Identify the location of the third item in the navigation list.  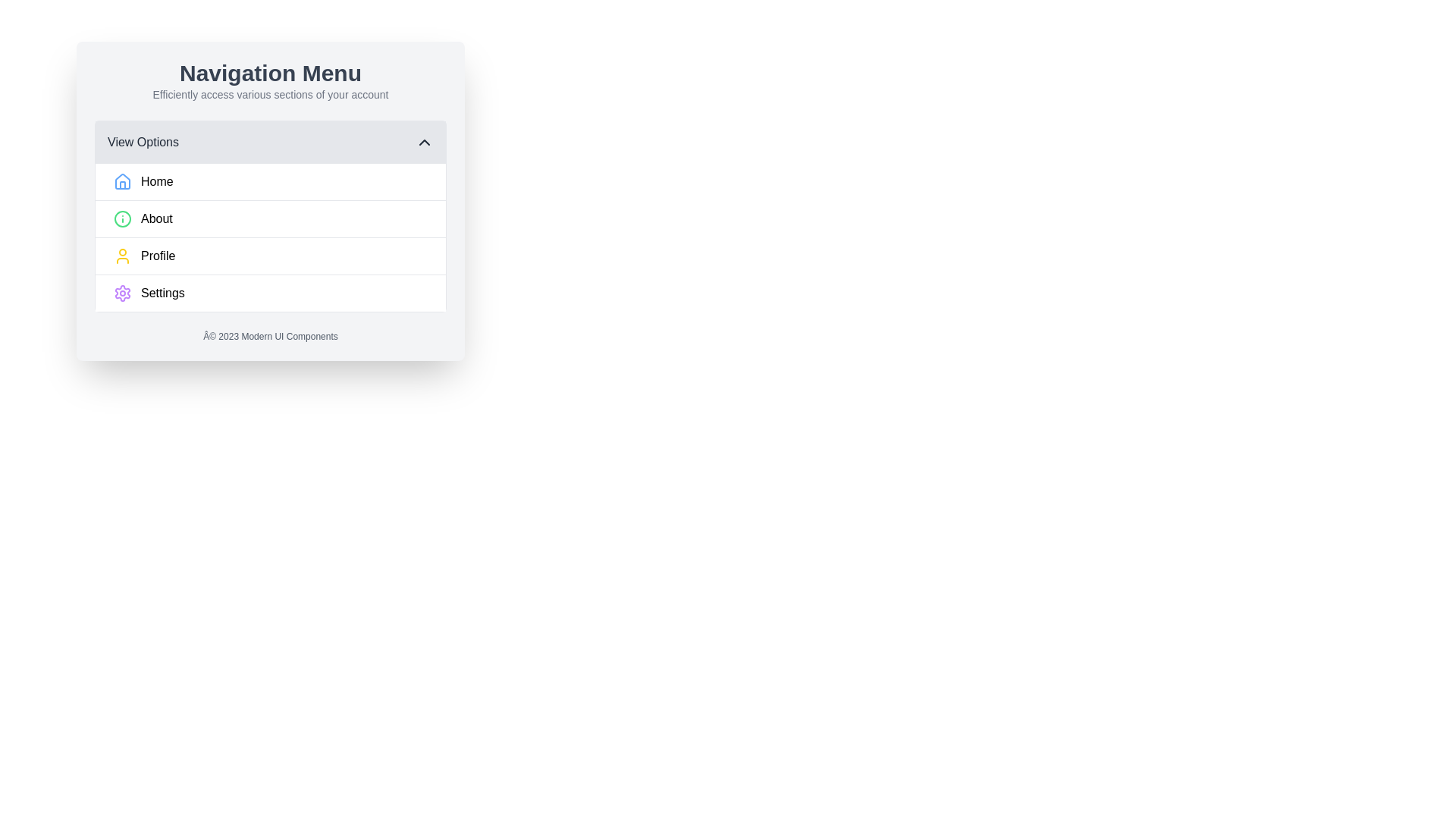
(270, 254).